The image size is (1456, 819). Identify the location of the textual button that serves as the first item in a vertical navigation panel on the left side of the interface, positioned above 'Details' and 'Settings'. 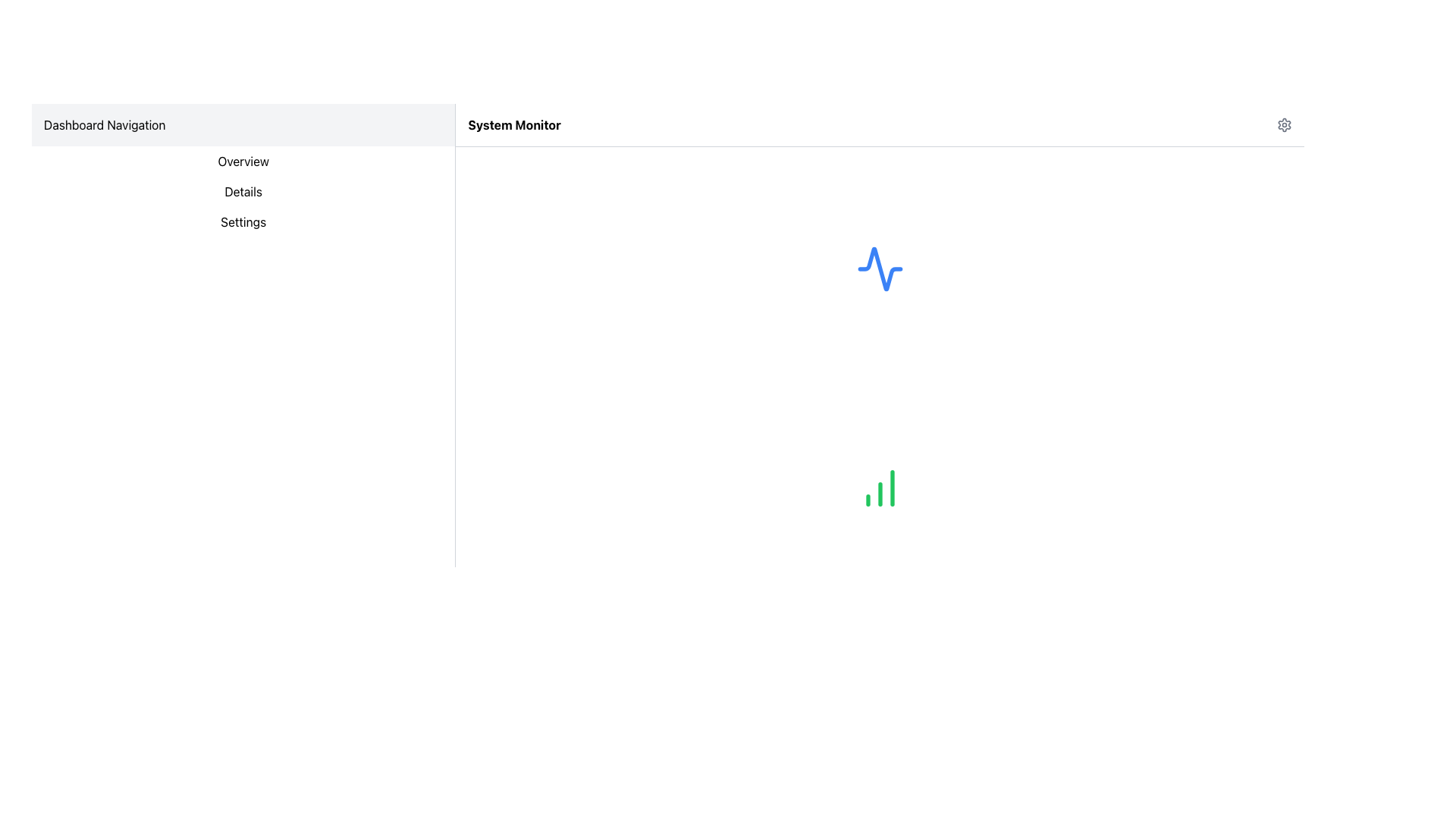
(243, 161).